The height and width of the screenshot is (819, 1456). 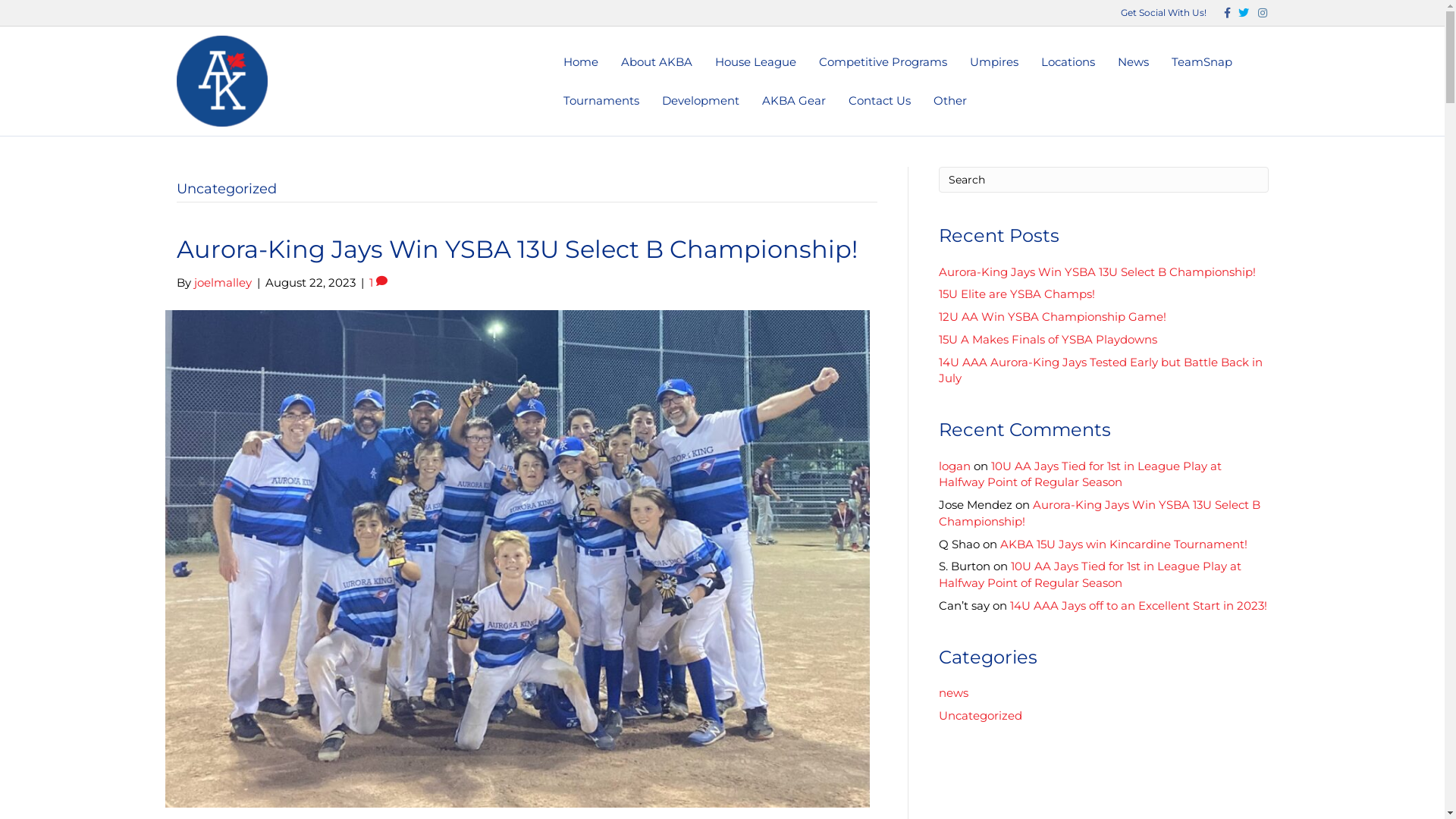 What do you see at coordinates (1220, 11) in the screenshot?
I see `'Facebook'` at bounding box center [1220, 11].